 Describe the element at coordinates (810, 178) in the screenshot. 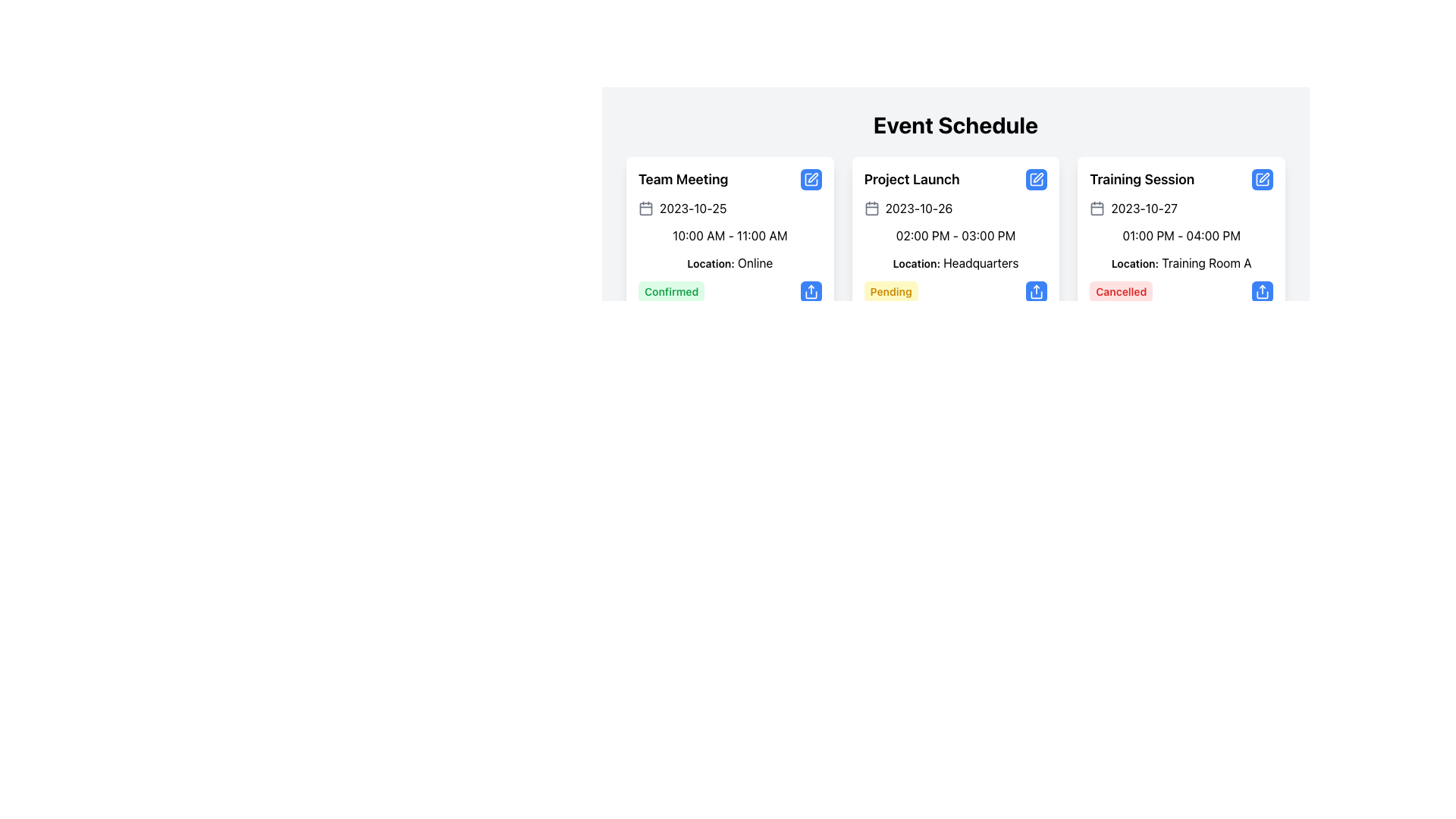

I see `the edit button located in the top-right corner of the 'Team Meeting' section to initiate editing` at that location.